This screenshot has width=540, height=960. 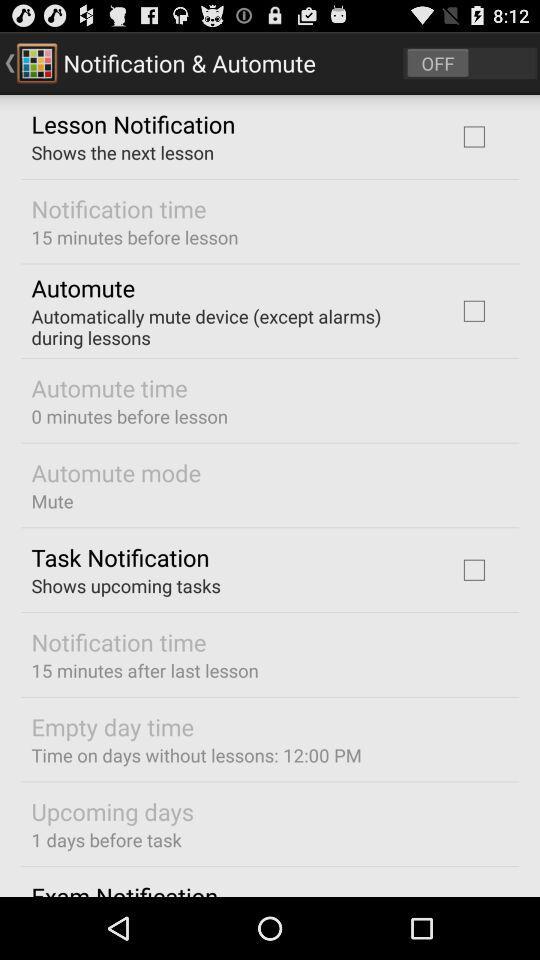 I want to click on time on days app, so click(x=196, y=754).